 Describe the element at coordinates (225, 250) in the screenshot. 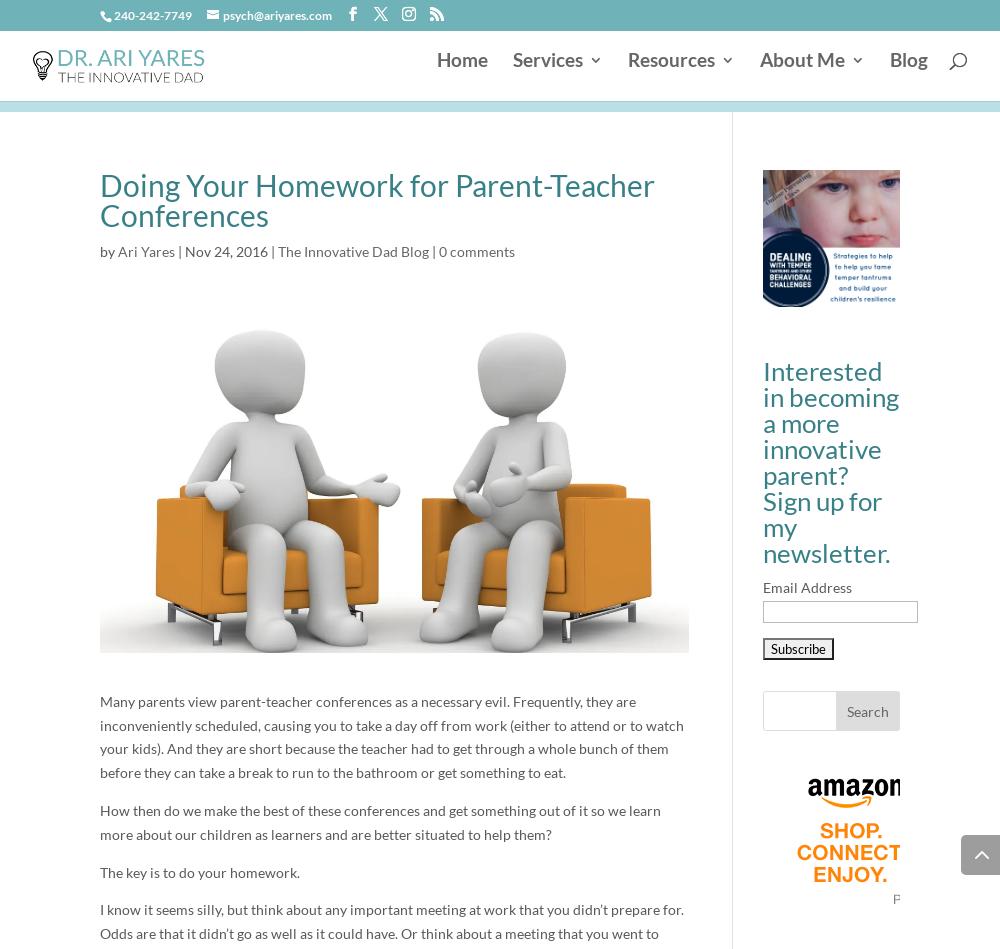

I see `'Nov 24, 2016'` at that location.